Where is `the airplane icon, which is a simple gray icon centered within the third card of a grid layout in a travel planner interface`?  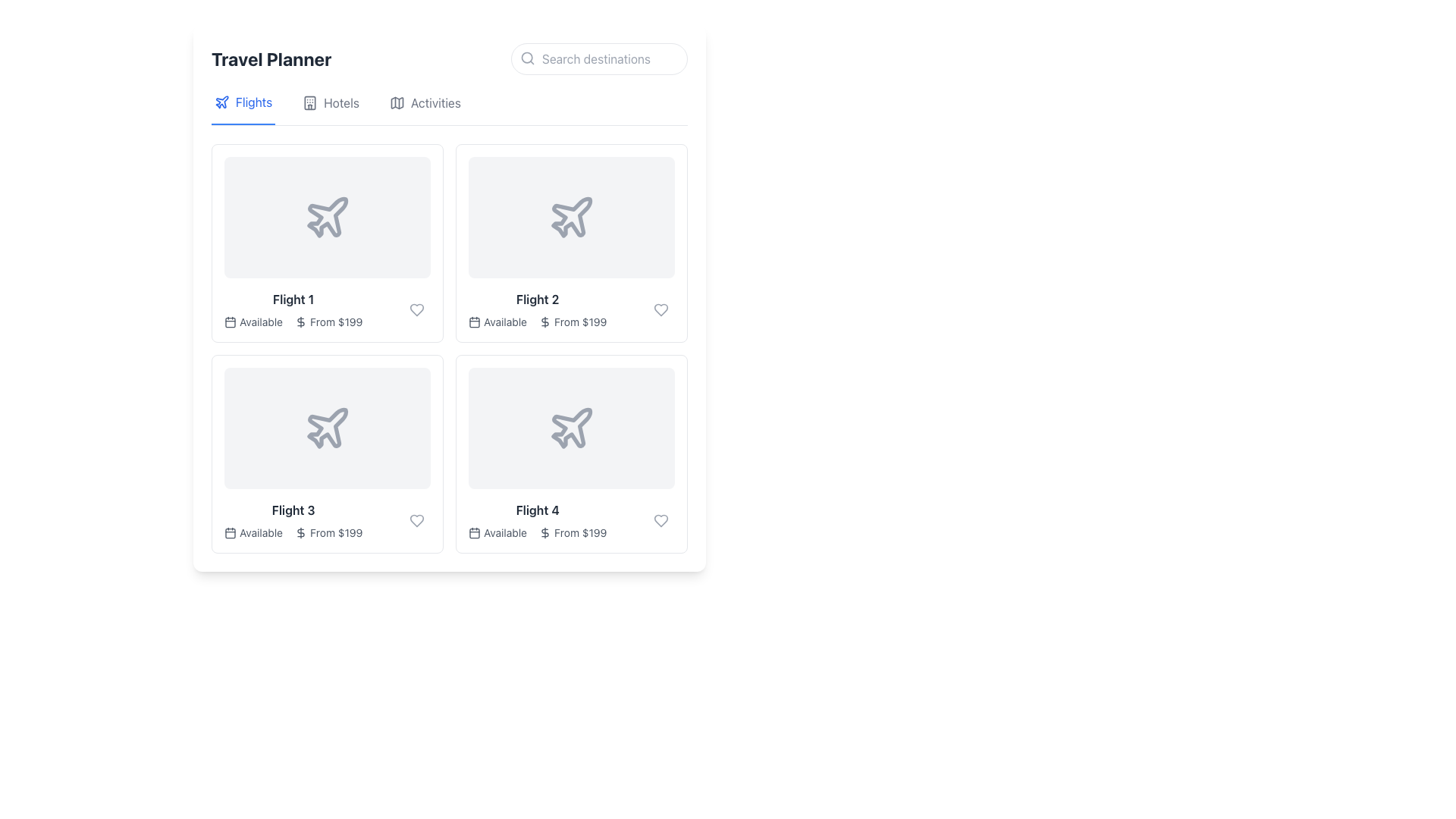 the airplane icon, which is a simple gray icon centered within the third card of a grid layout in a travel planner interface is located at coordinates (327, 428).